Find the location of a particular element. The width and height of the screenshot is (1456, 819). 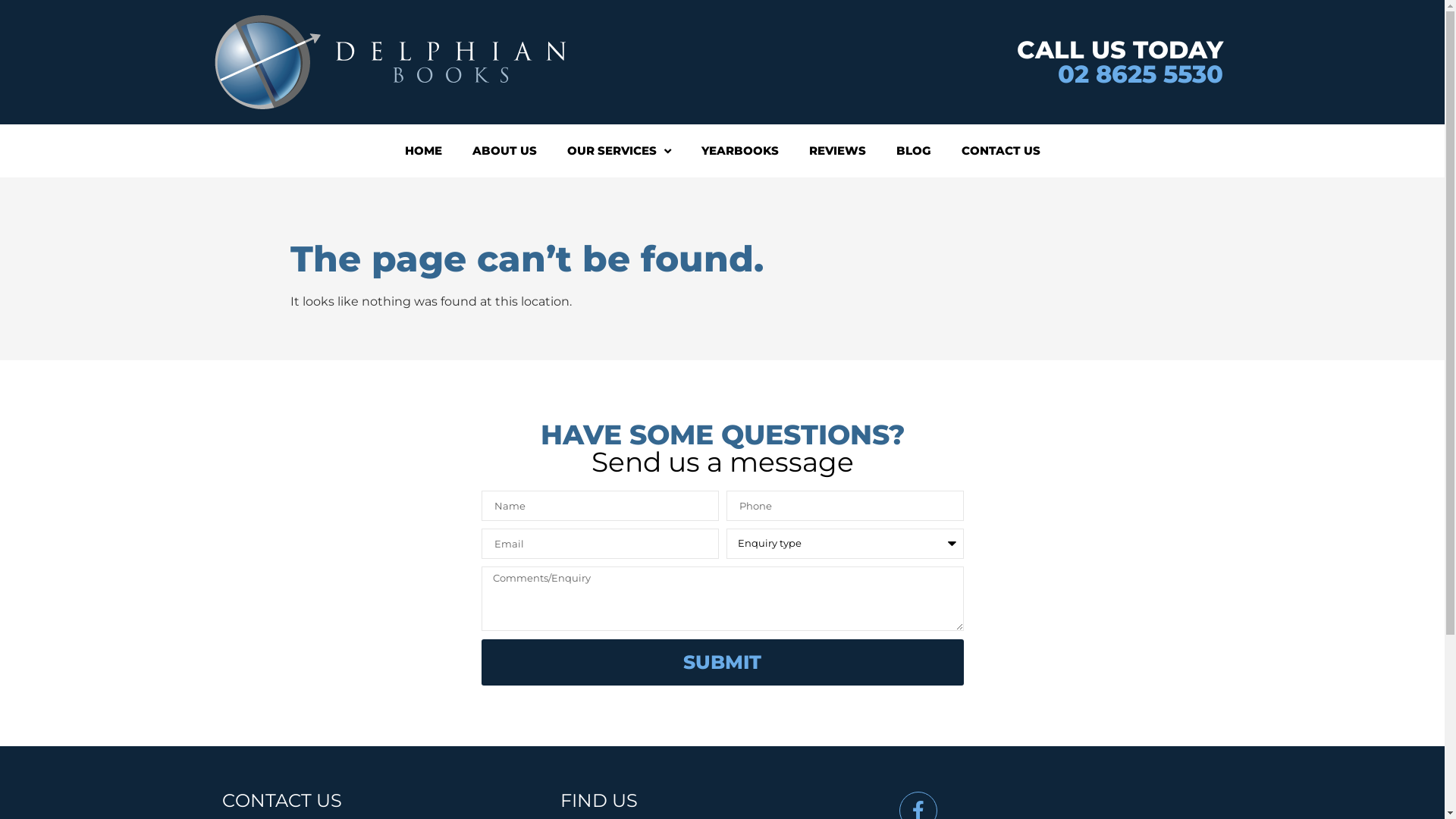

'REVIEWS' is located at coordinates (836, 151).